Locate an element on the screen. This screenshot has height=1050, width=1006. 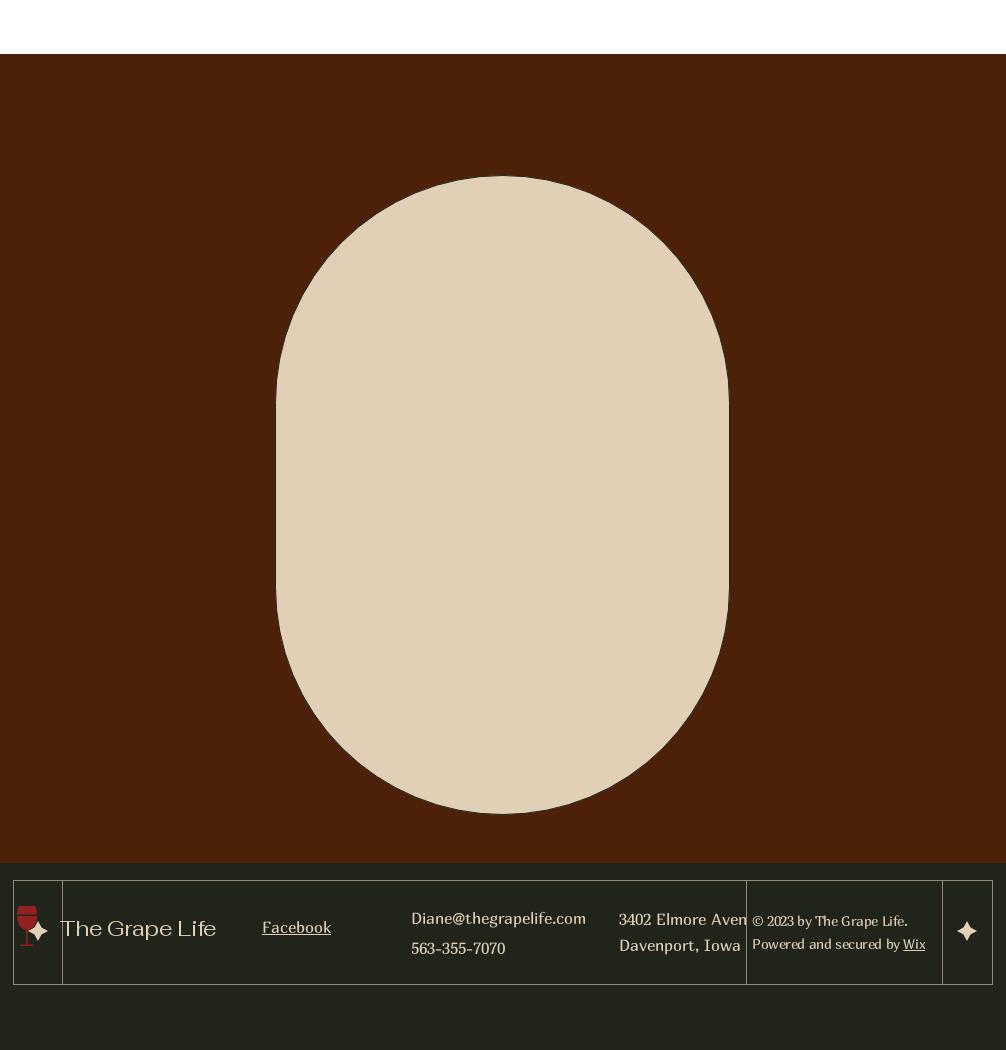
'CLOSED SUNDAY & MONDAY' is located at coordinates (505, 683).